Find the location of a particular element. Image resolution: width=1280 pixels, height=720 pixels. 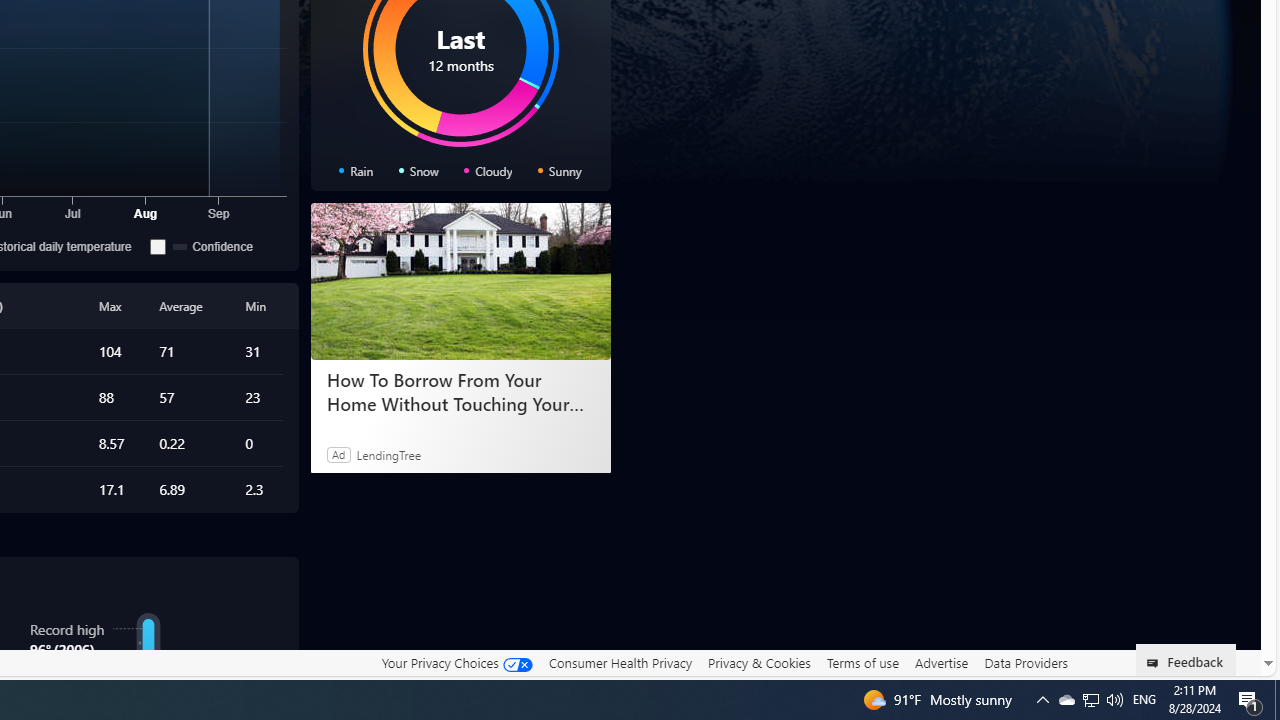

'Data Providers' is located at coordinates (1025, 662).